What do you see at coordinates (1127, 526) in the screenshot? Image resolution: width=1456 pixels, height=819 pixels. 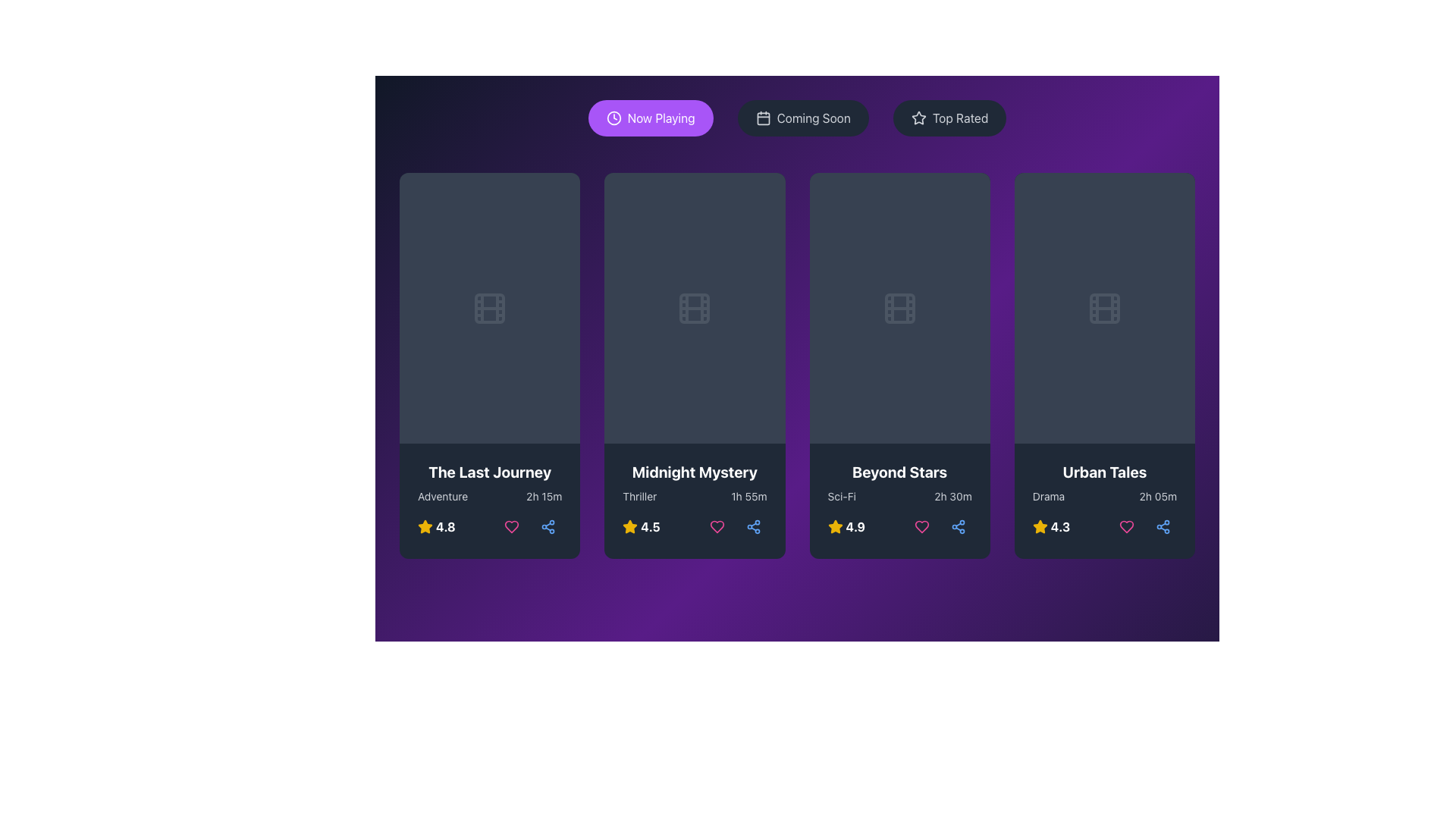 I see `the heart-shaped icon representing the 'like' feature for the movie 'Urban Tales'` at bounding box center [1127, 526].